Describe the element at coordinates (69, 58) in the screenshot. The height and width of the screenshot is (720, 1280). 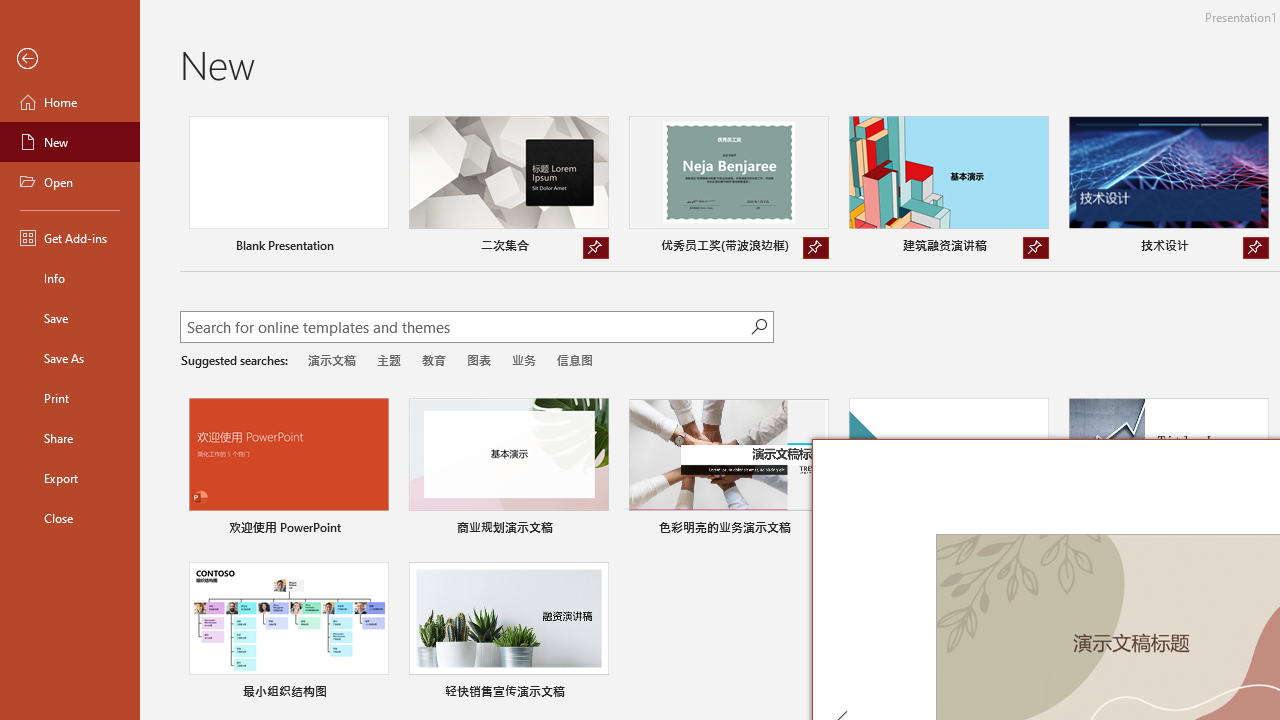
I see `'Back'` at that location.